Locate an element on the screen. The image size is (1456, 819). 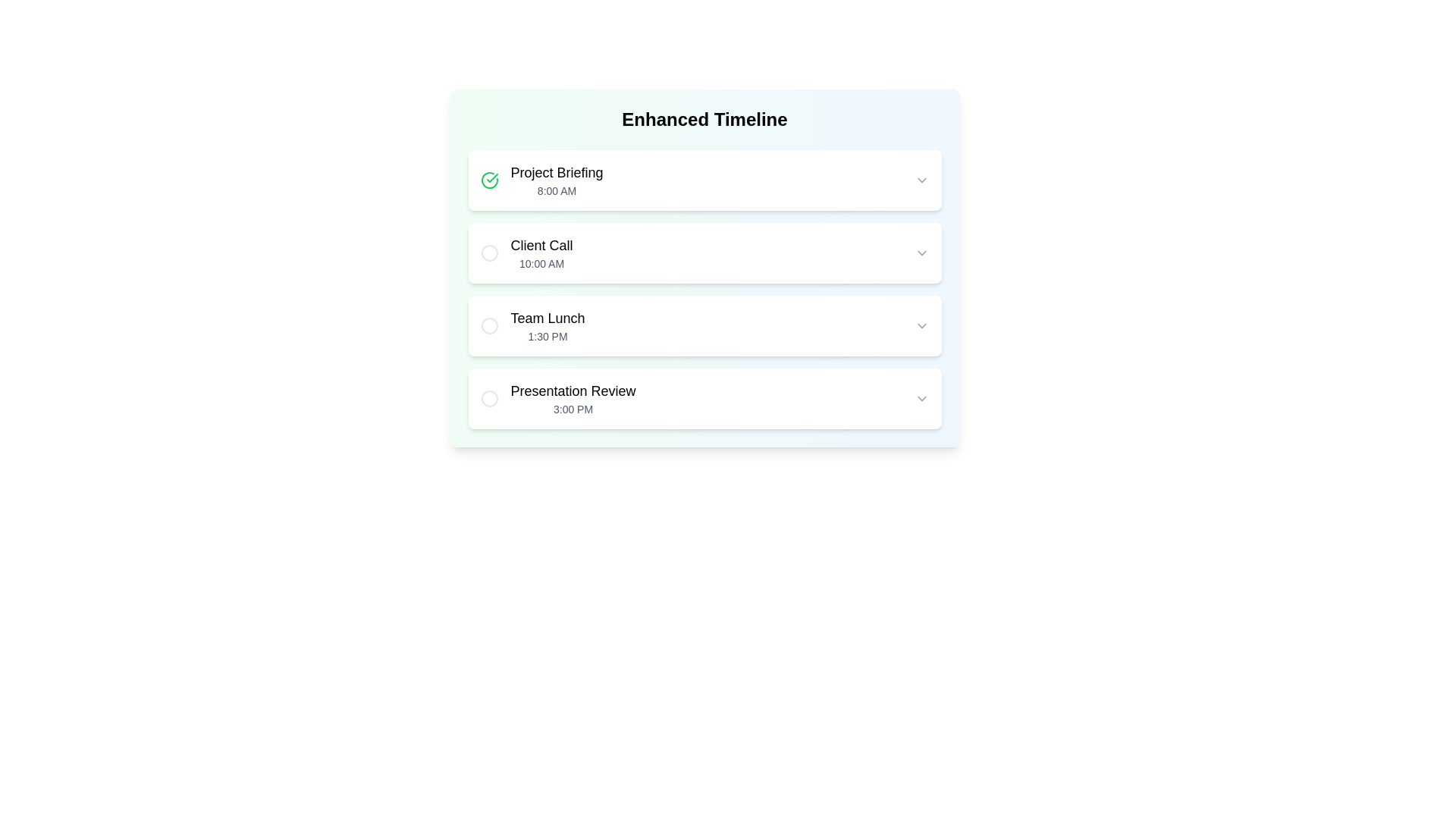
the 'Team Lunch' text display block, which features a larger bold title and a smaller gray subtitle, to possibly view more details is located at coordinates (547, 325).